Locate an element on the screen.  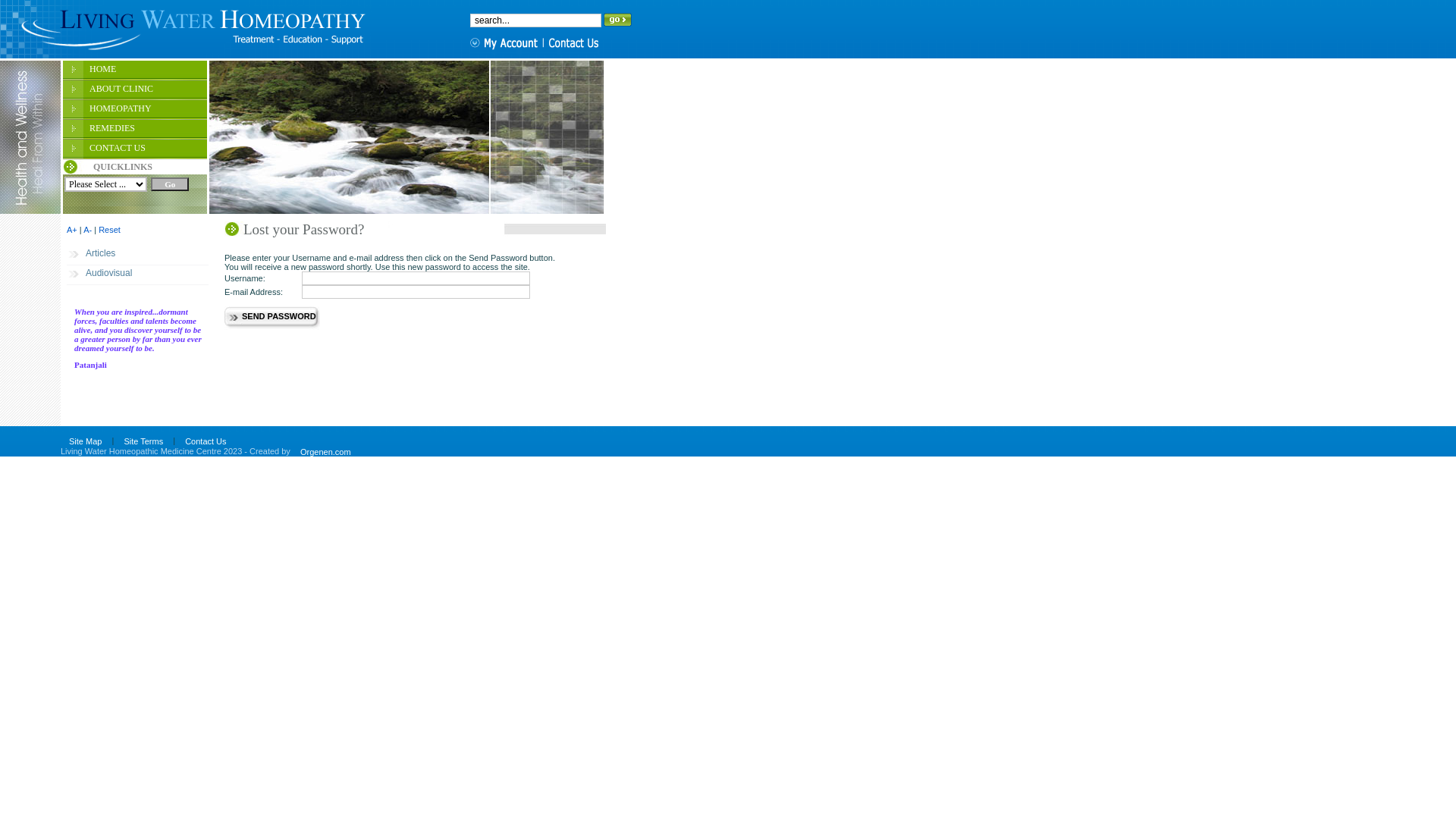
'HOME' is located at coordinates (61, 70).